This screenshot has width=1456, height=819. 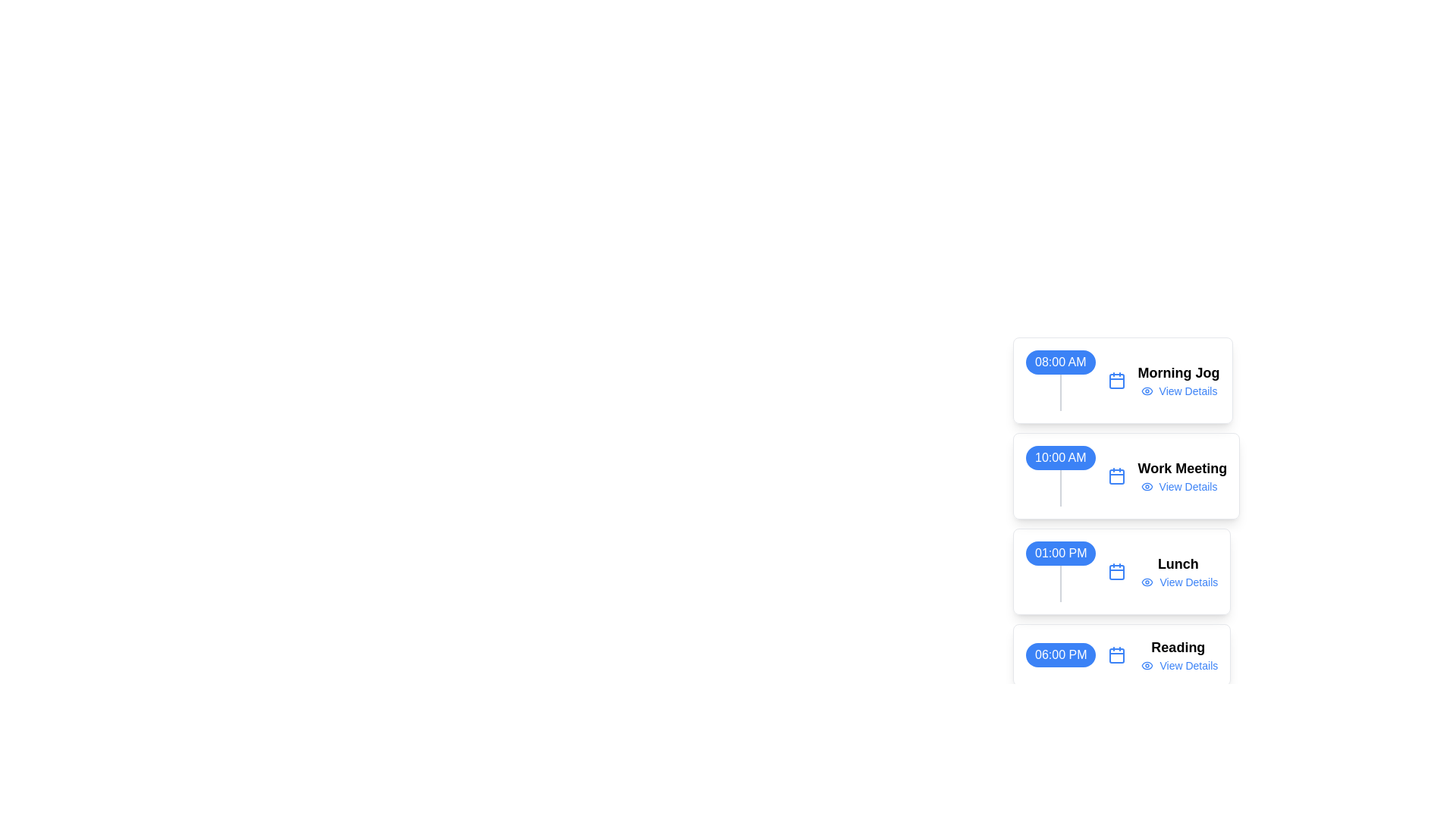 What do you see at coordinates (1177, 654) in the screenshot?
I see `the Composite UI element containing the bold 'Reading' text and the blue hyperlink 'View Details'` at bounding box center [1177, 654].